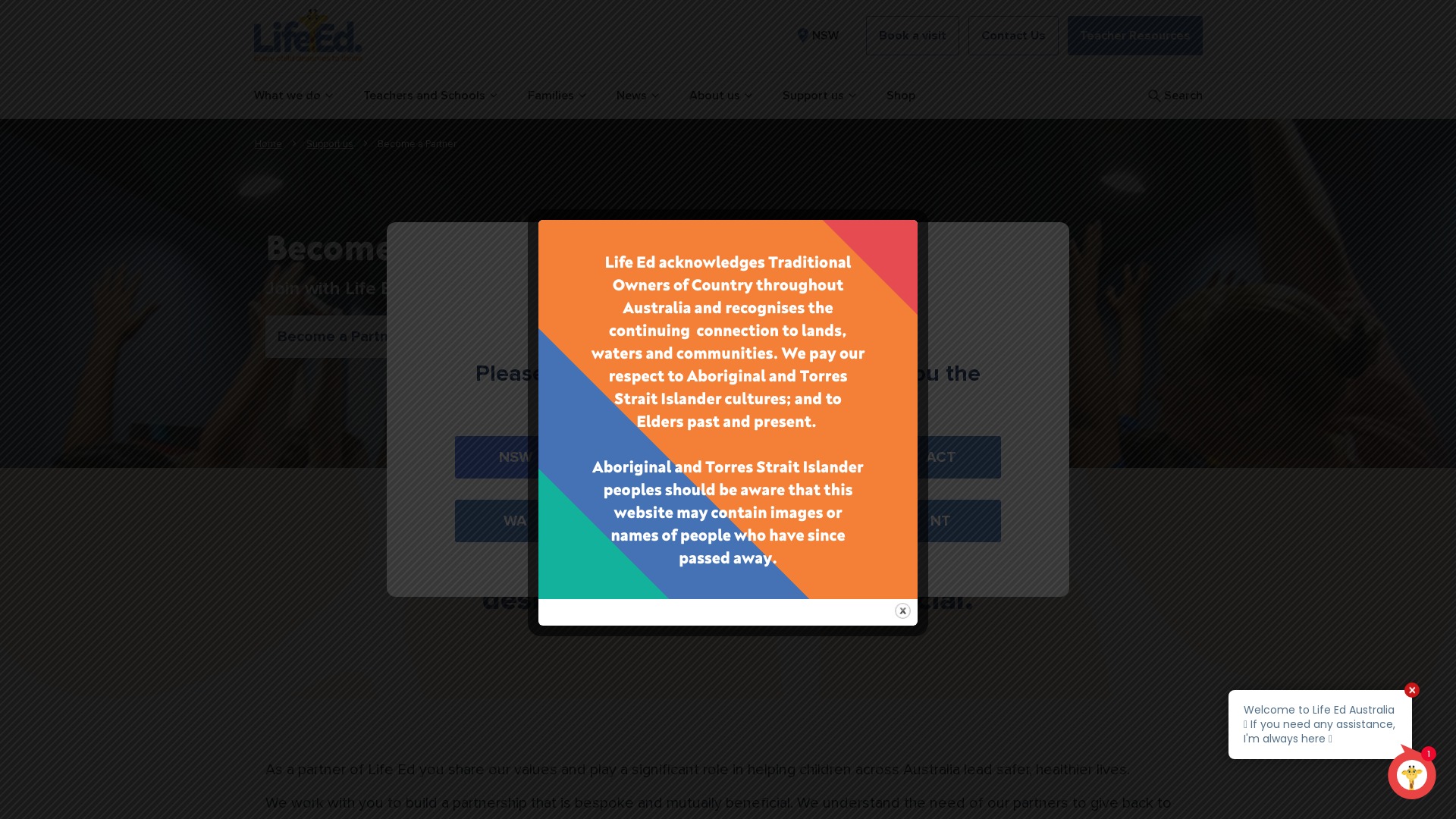 This screenshot has height=819, width=1456. What do you see at coordinates (880, 456) in the screenshot?
I see `'ACT'` at bounding box center [880, 456].